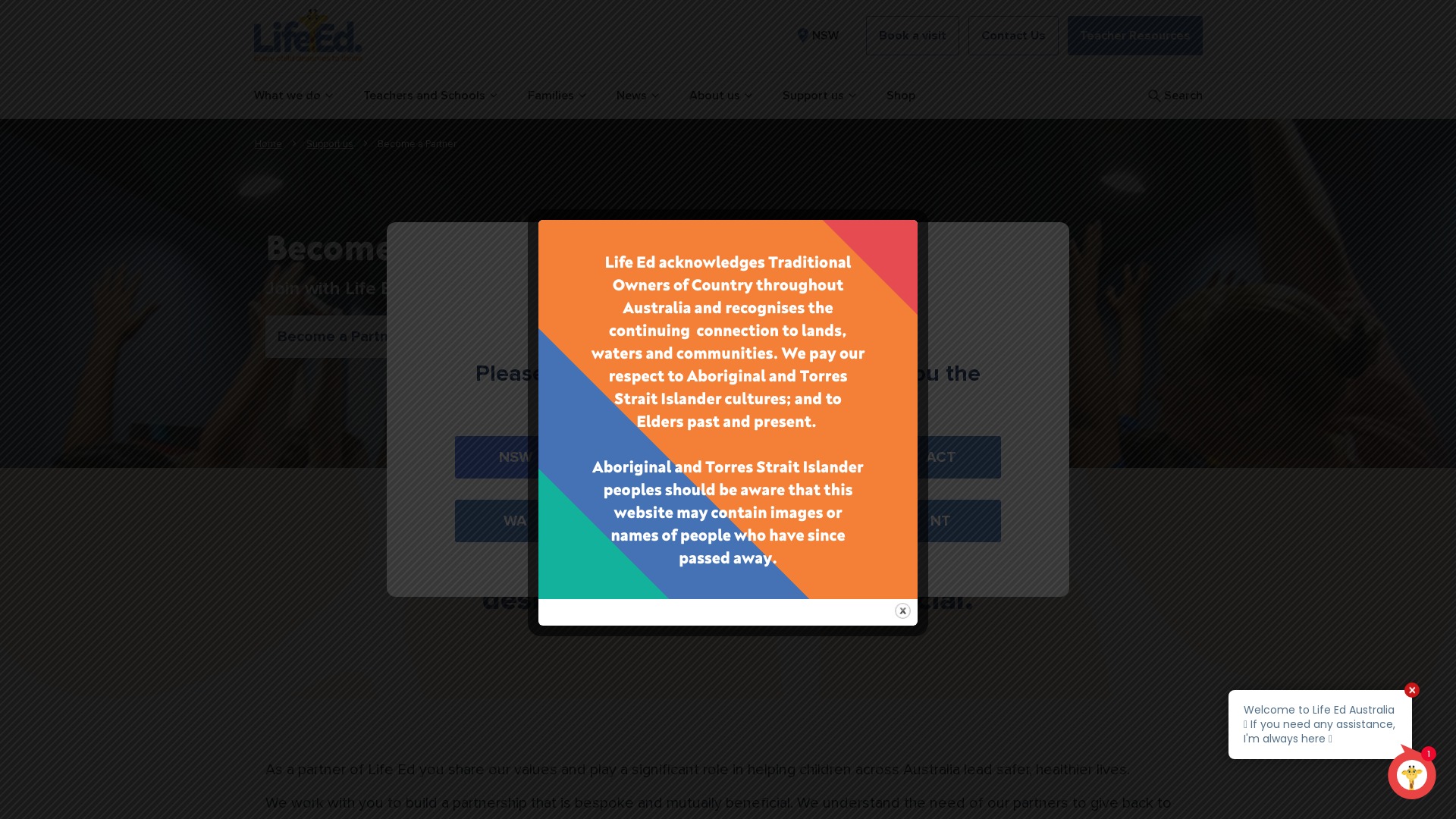 This screenshot has height=819, width=1456. What do you see at coordinates (880, 456) in the screenshot?
I see `'ACT'` at bounding box center [880, 456].